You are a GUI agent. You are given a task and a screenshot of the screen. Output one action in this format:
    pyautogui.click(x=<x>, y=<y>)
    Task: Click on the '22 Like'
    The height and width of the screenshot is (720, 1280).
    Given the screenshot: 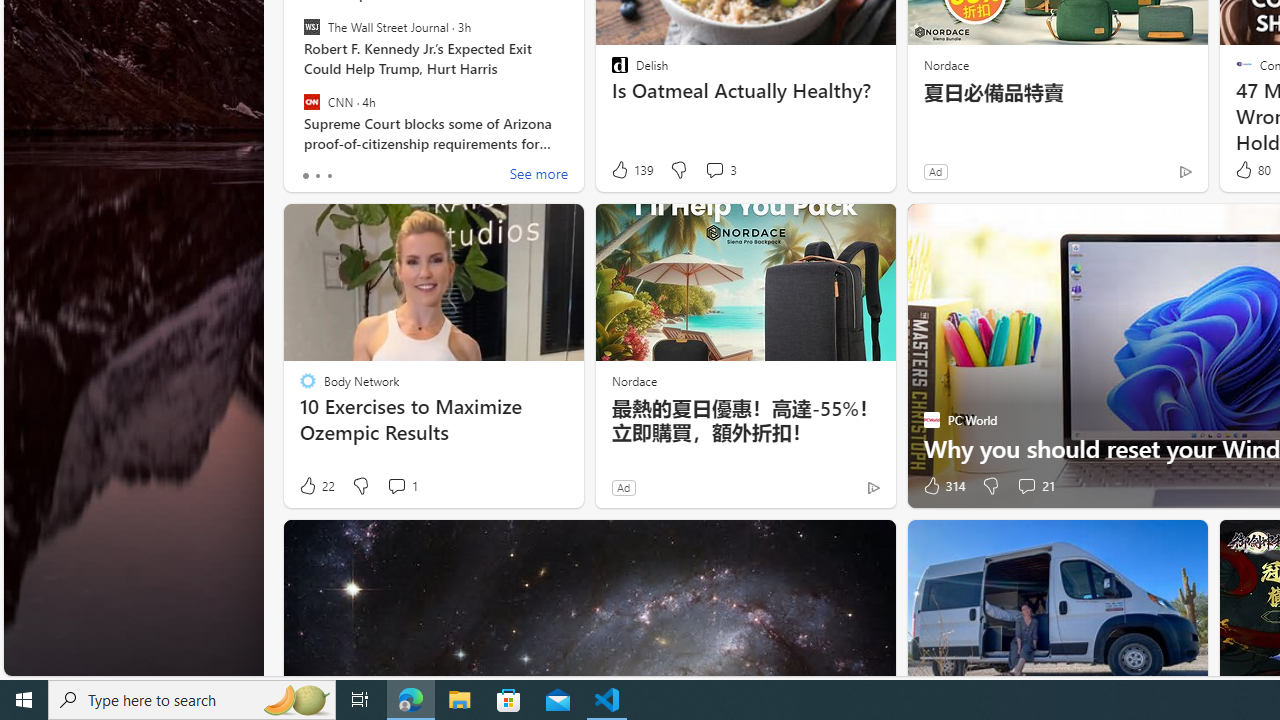 What is the action you would take?
    pyautogui.click(x=315, y=486)
    